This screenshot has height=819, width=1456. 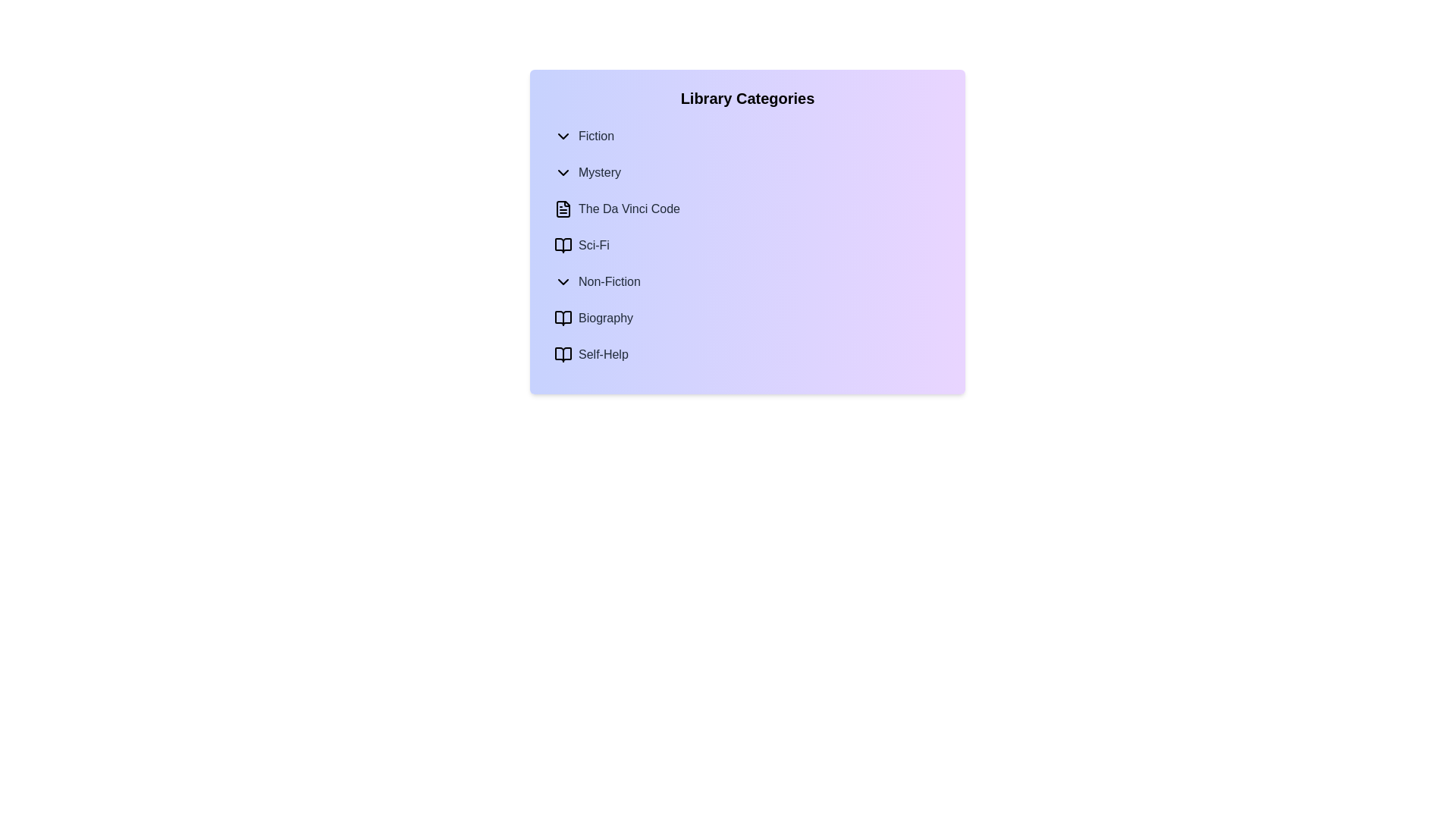 I want to click on the text label 'The Da Vinci Code' located in the expanded 'Mystery' section of the 'Library Categories' widget, so click(x=629, y=209).